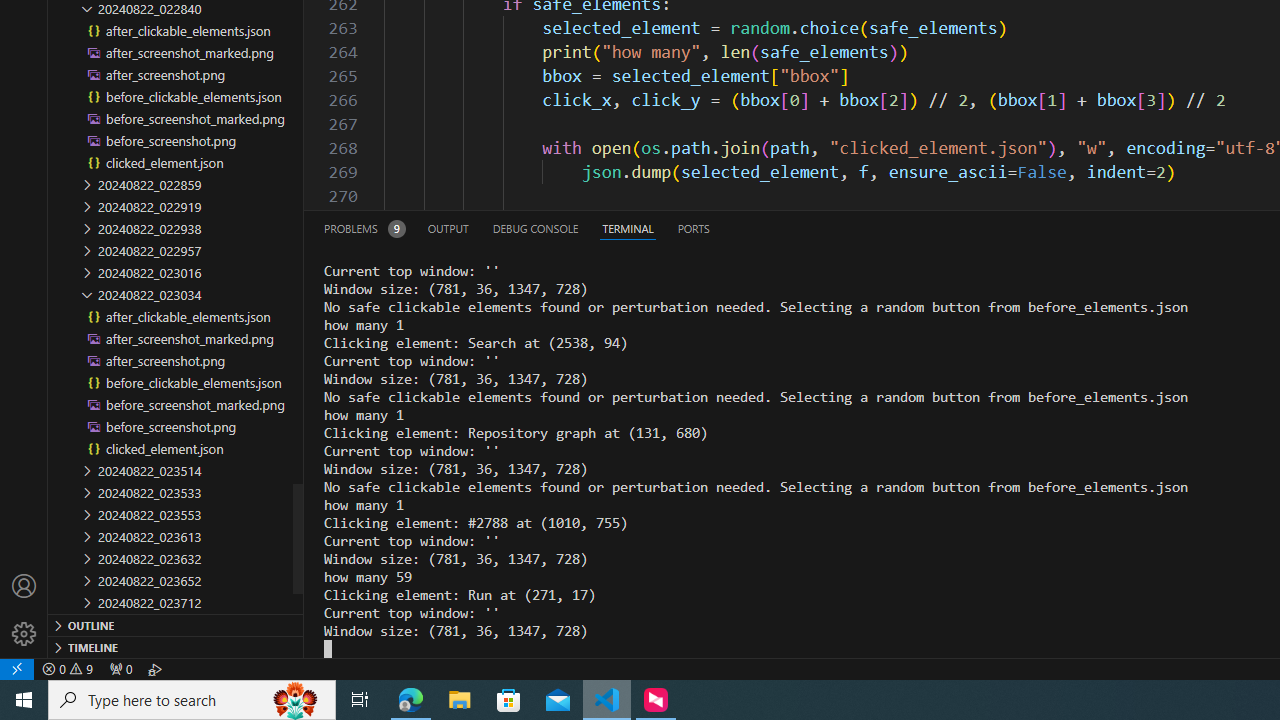 This screenshot has height=720, width=1280. I want to click on 'Output (Ctrl+Shift+U)', so click(447, 227).